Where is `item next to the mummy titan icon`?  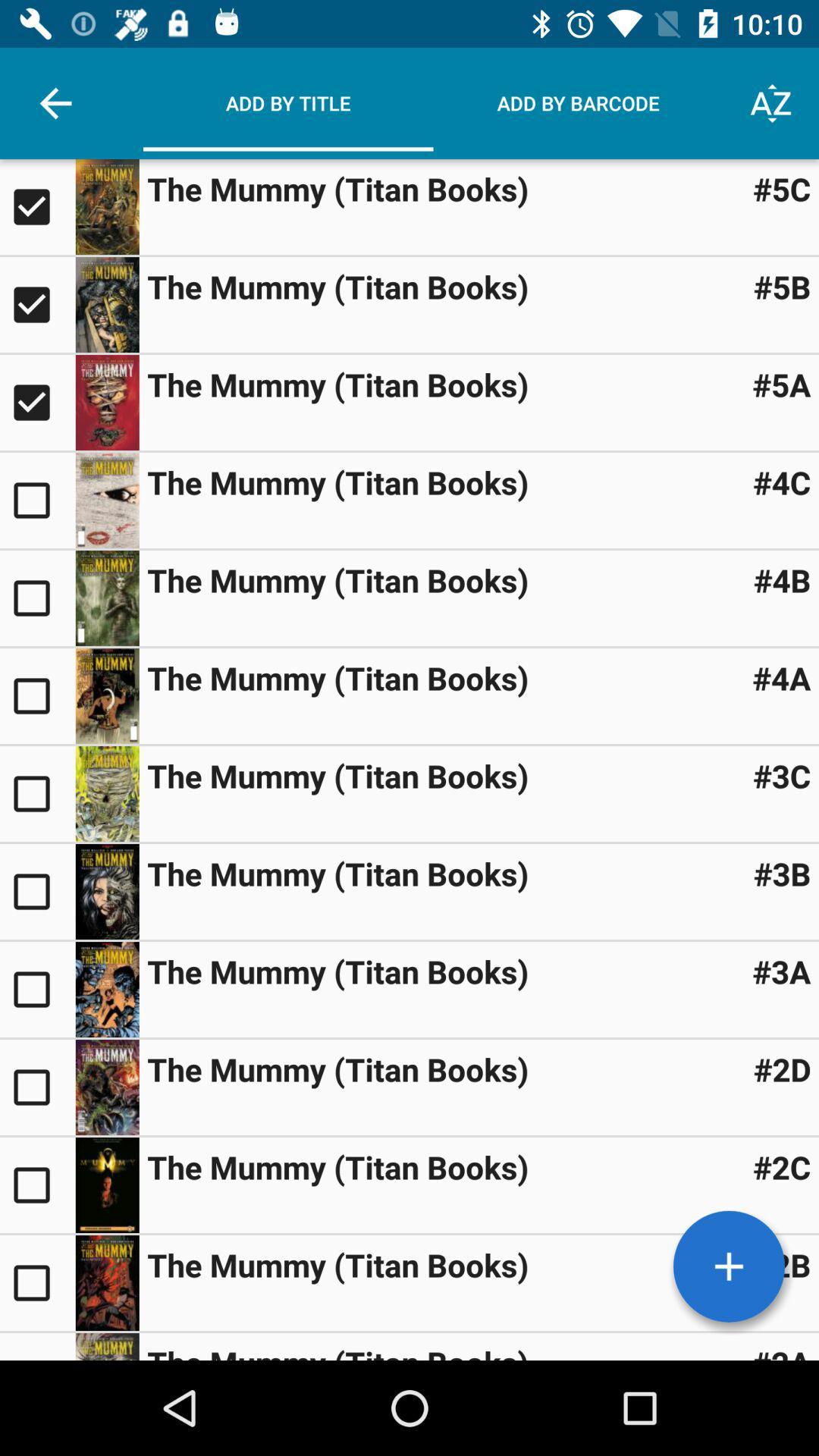 item next to the mummy titan icon is located at coordinates (782, 287).